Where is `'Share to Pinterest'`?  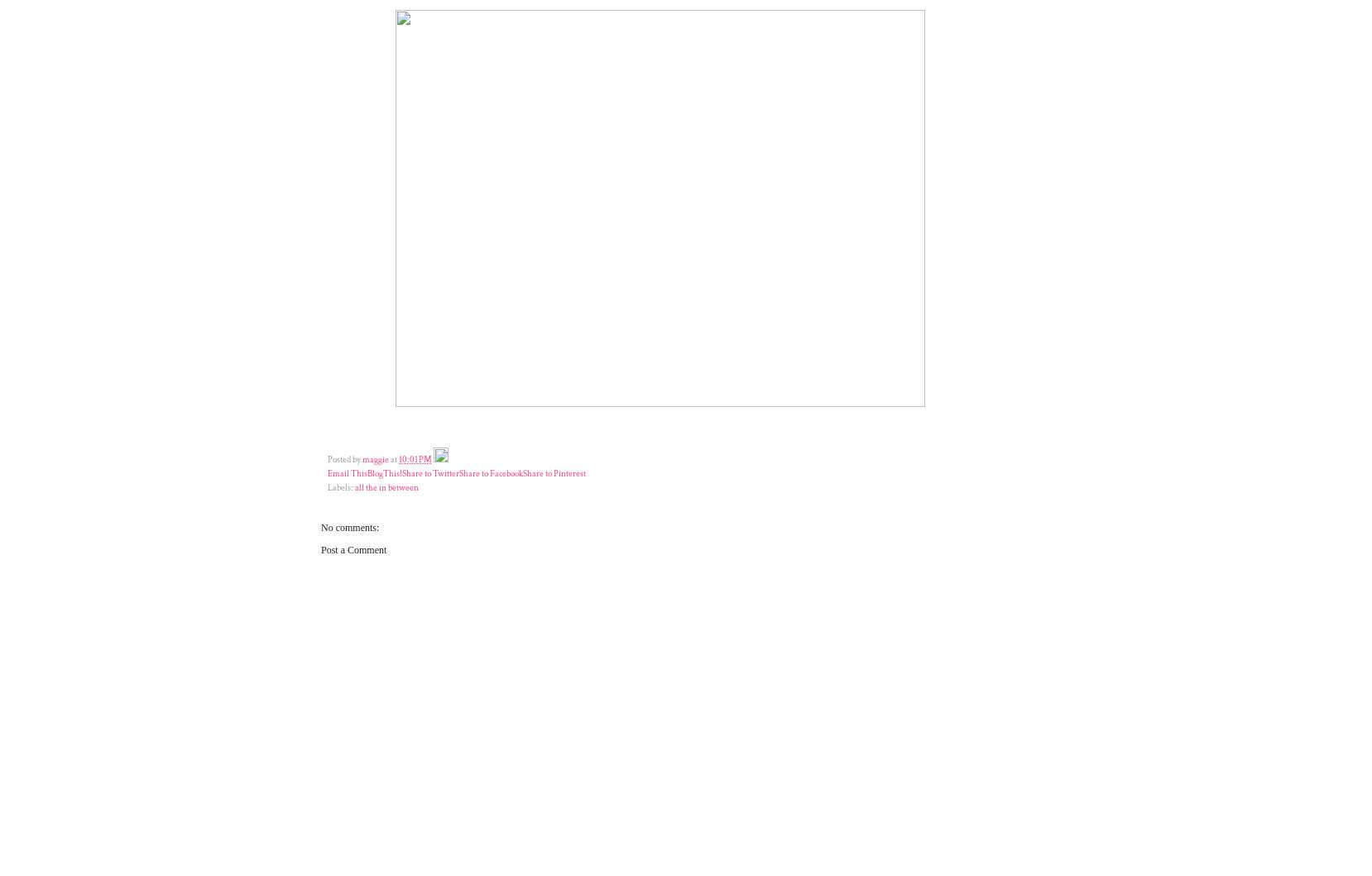
'Share to Pinterest' is located at coordinates (553, 473).